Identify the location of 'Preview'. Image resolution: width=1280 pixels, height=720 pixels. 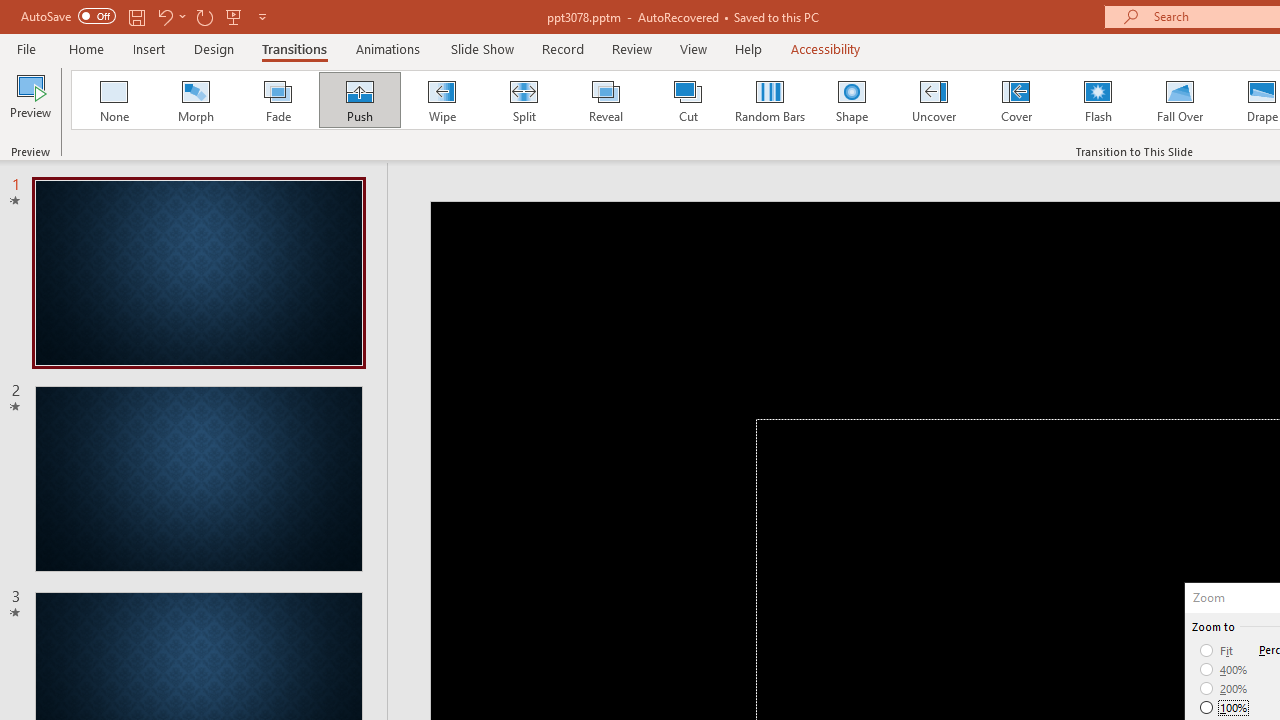
(30, 103).